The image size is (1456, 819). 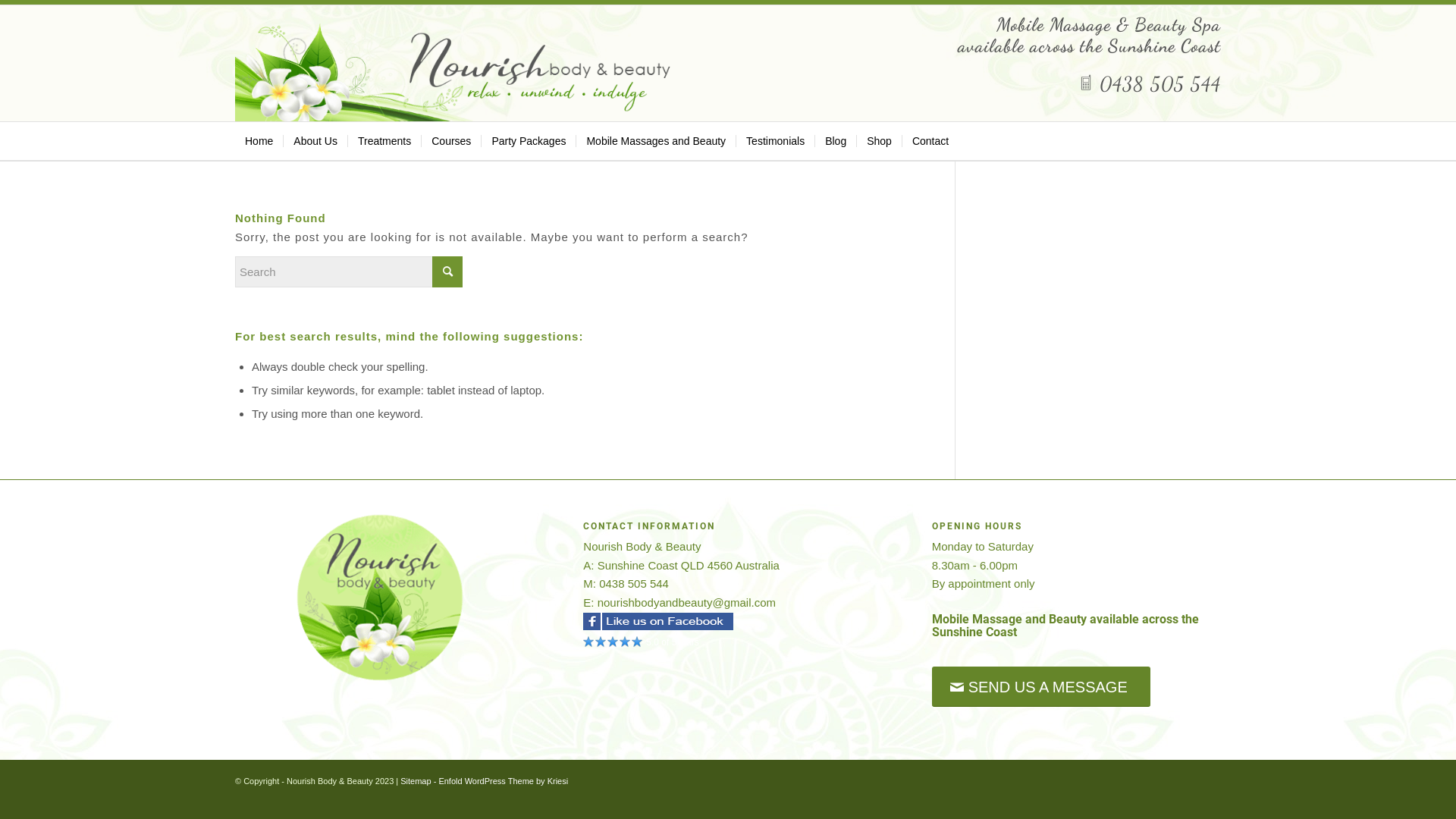 What do you see at coordinates (1150, 83) in the screenshot?
I see `'0438 505 544'` at bounding box center [1150, 83].